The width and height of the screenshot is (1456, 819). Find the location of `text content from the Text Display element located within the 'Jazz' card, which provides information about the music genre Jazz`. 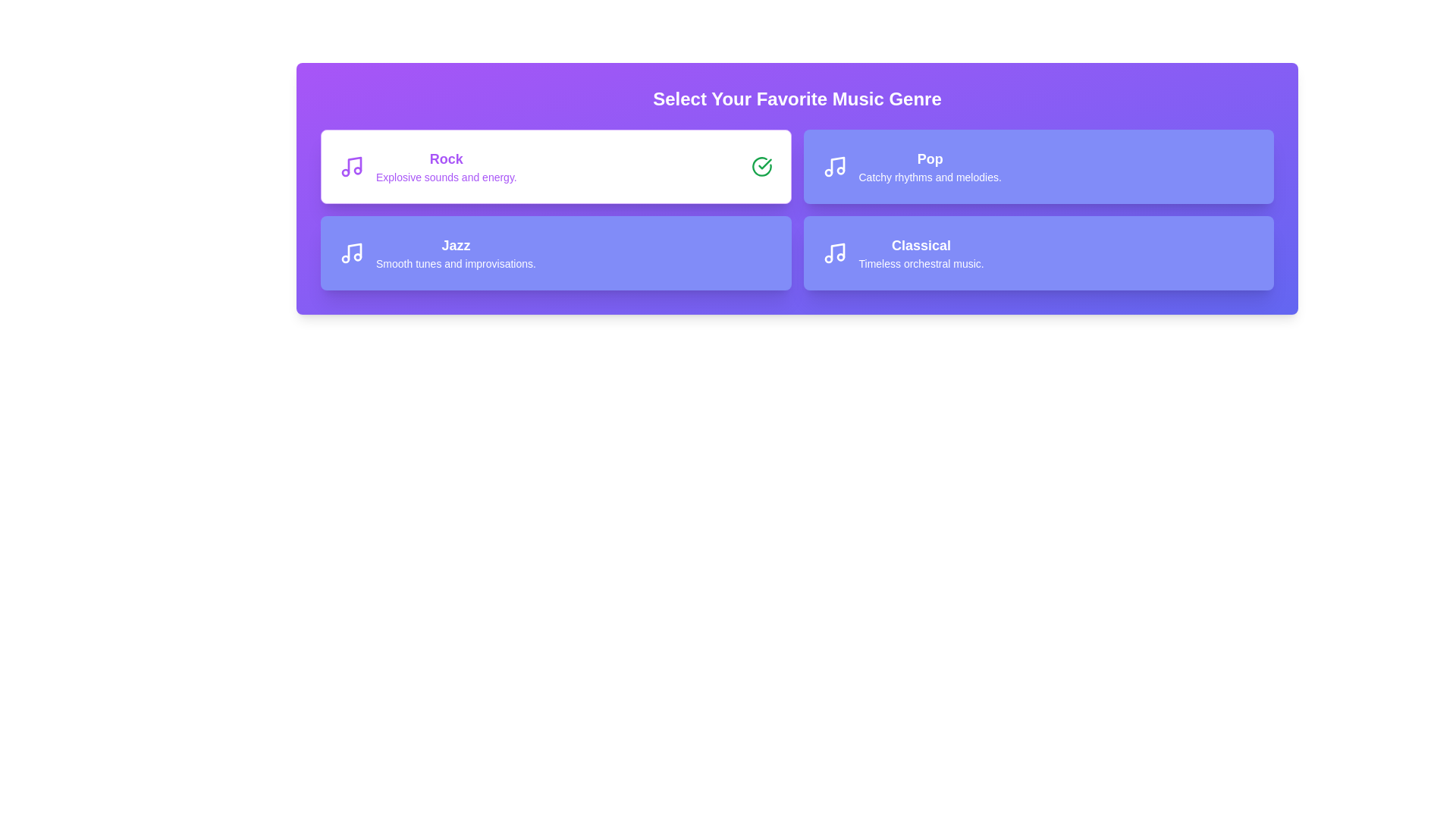

text content from the Text Display element located within the 'Jazz' card, which provides information about the music genre Jazz is located at coordinates (455, 253).